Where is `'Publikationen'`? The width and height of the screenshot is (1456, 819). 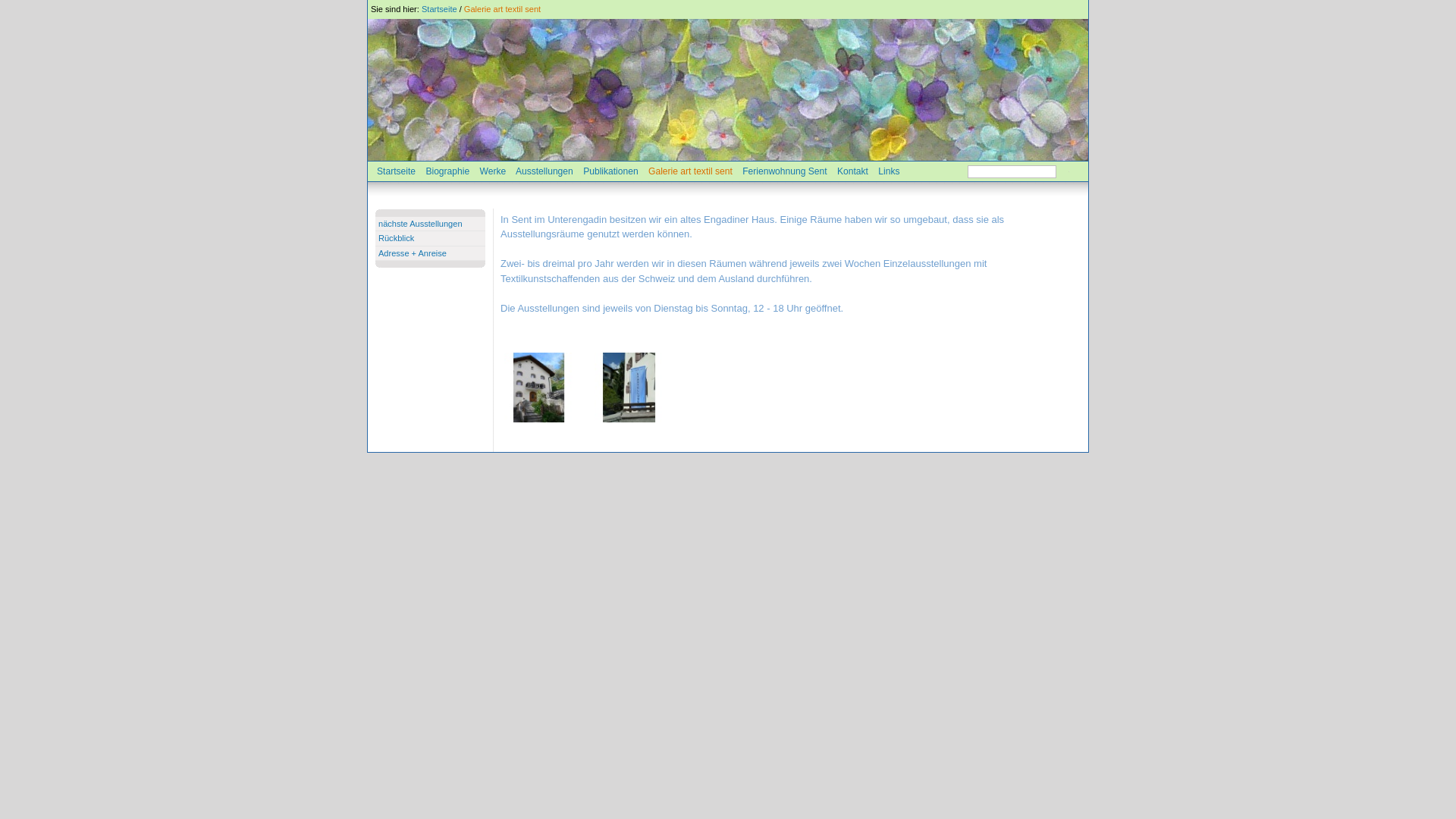 'Publikationen' is located at coordinates (610, 171).